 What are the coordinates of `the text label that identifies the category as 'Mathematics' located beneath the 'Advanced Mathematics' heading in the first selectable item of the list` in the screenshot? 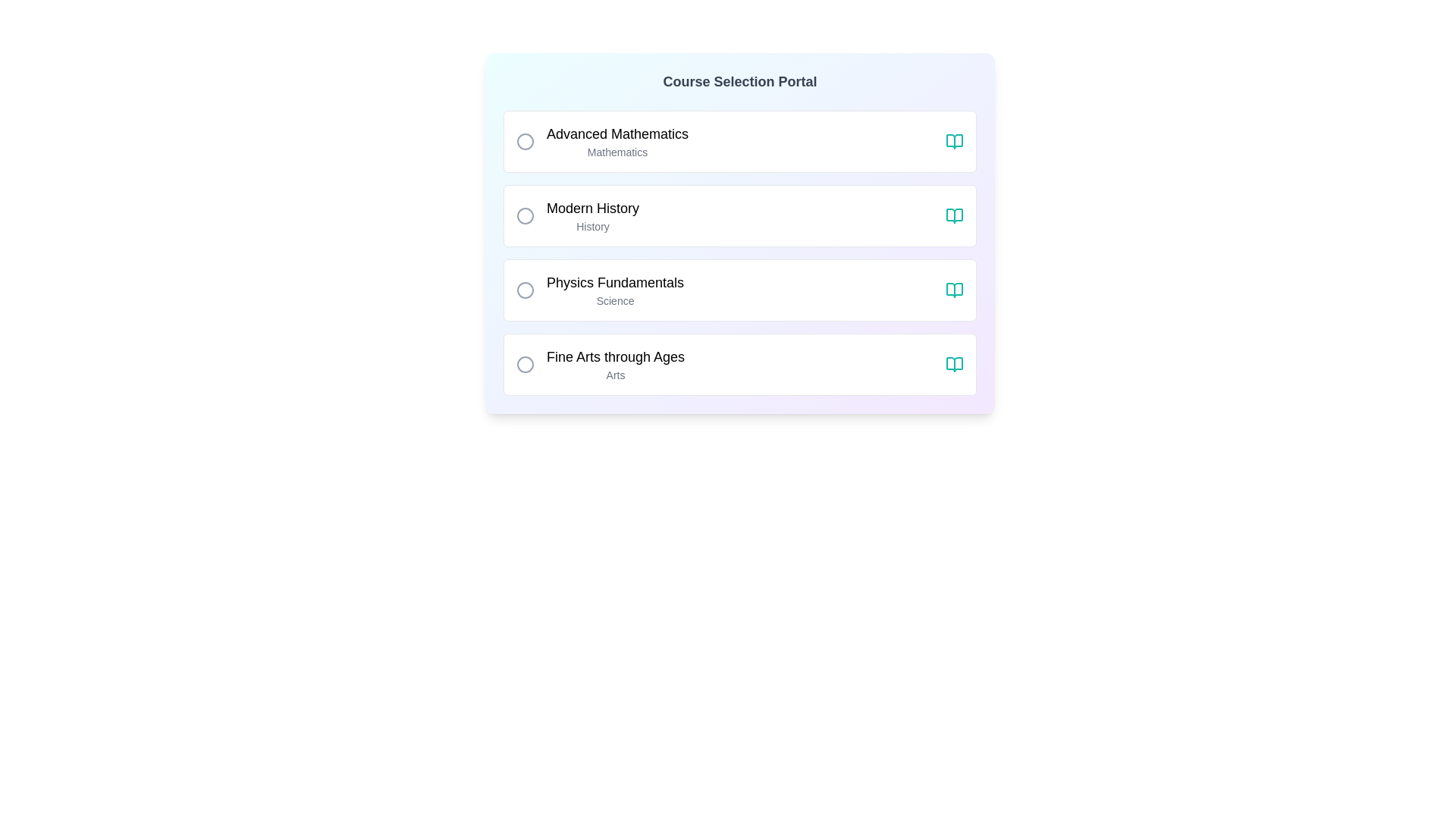 It's located at (617, 152).